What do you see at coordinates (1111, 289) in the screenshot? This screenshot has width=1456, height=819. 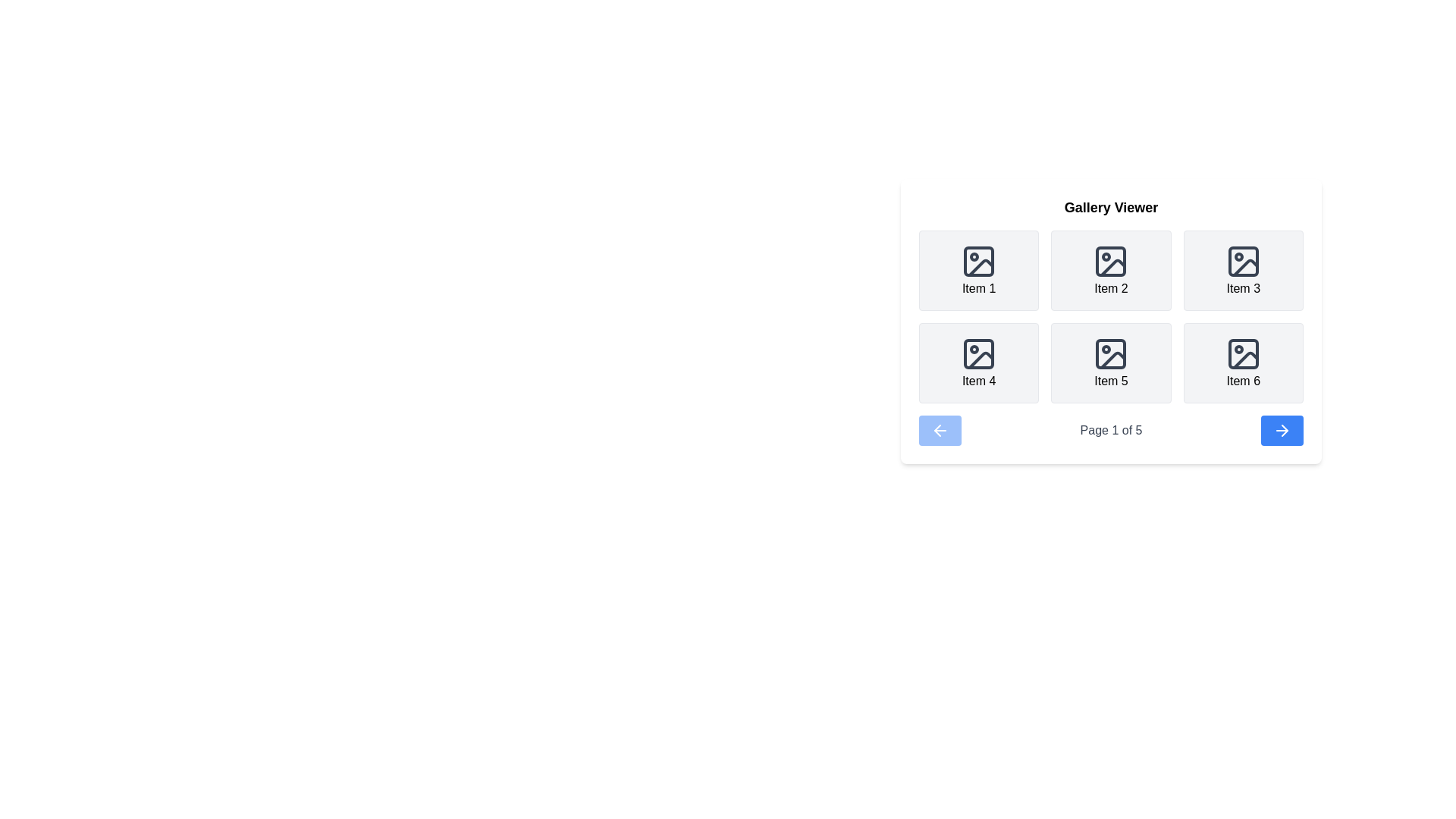 I see `the text label displaying 'Item 2', which is positioned below the graphical image icon in the second box of the first row in the 'Gallery Viewer'` at bounding box center [1111, 289].